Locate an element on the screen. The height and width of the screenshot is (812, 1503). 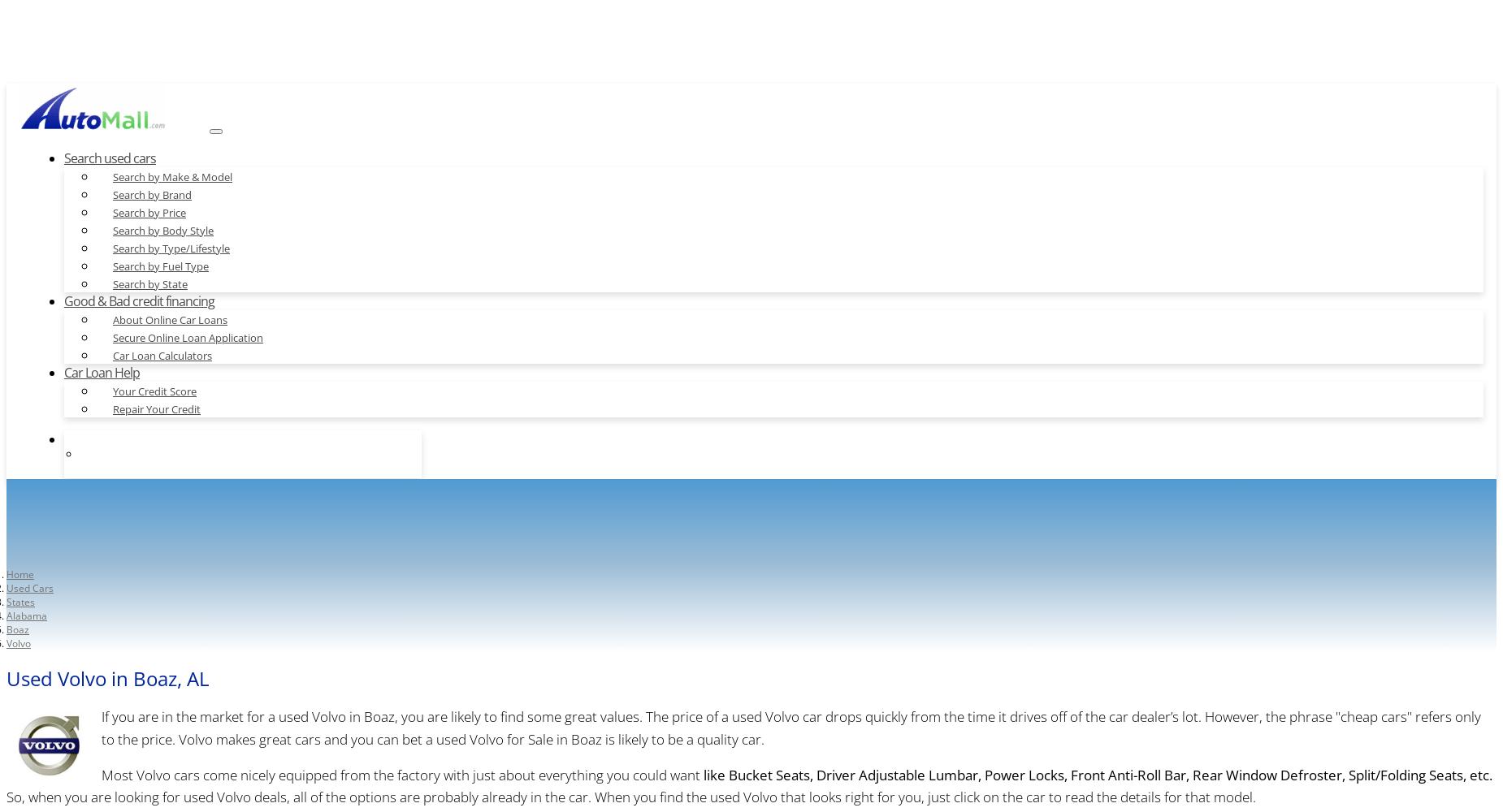
'Used Cars' is located at coordinates (29, 586).